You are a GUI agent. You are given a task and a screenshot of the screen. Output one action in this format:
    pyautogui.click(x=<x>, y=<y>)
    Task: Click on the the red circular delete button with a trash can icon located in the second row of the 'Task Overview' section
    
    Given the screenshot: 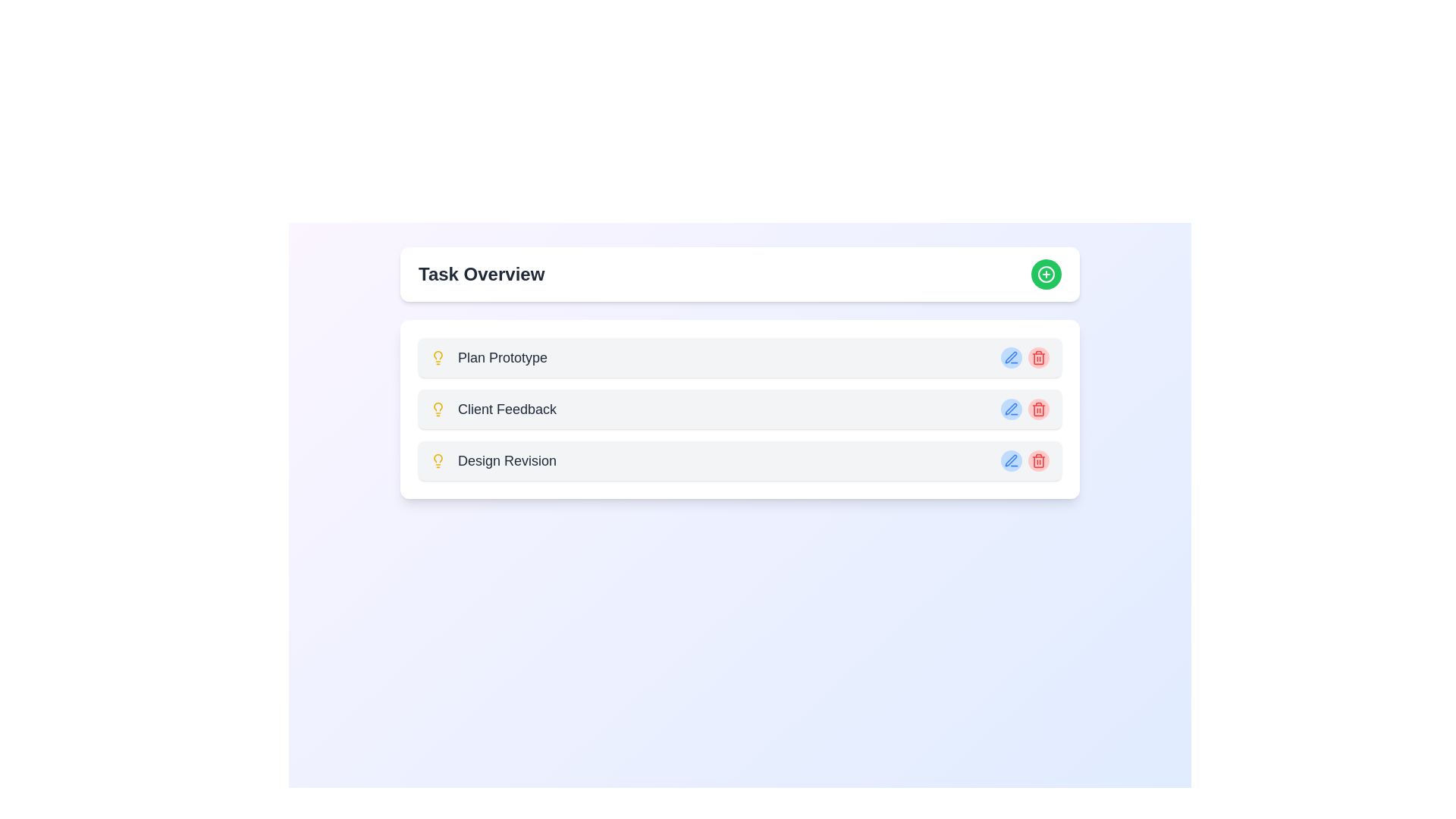 What is the action you would take?
    pyautogui.click(x=1037, y=409)
    